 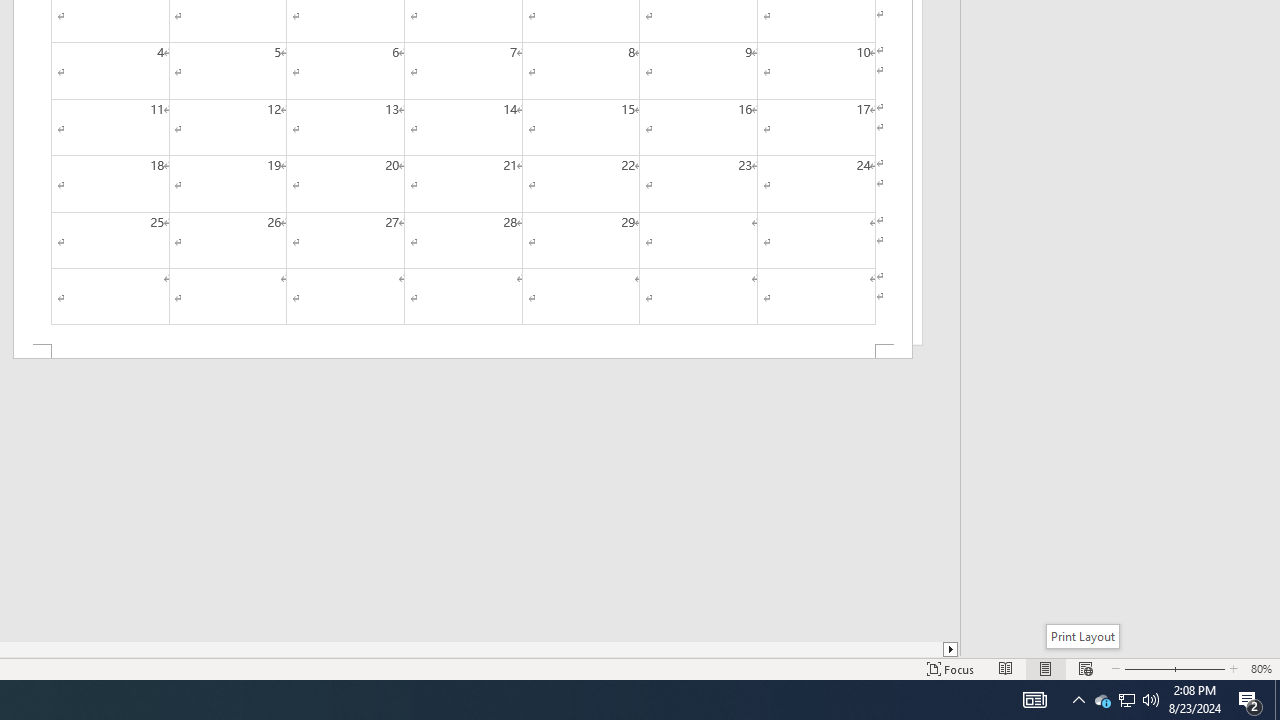 What do you see at coordinates (1143, 669) in the screenshot?
I see `'Zoom Out'` at bounding box center [1143, 669].